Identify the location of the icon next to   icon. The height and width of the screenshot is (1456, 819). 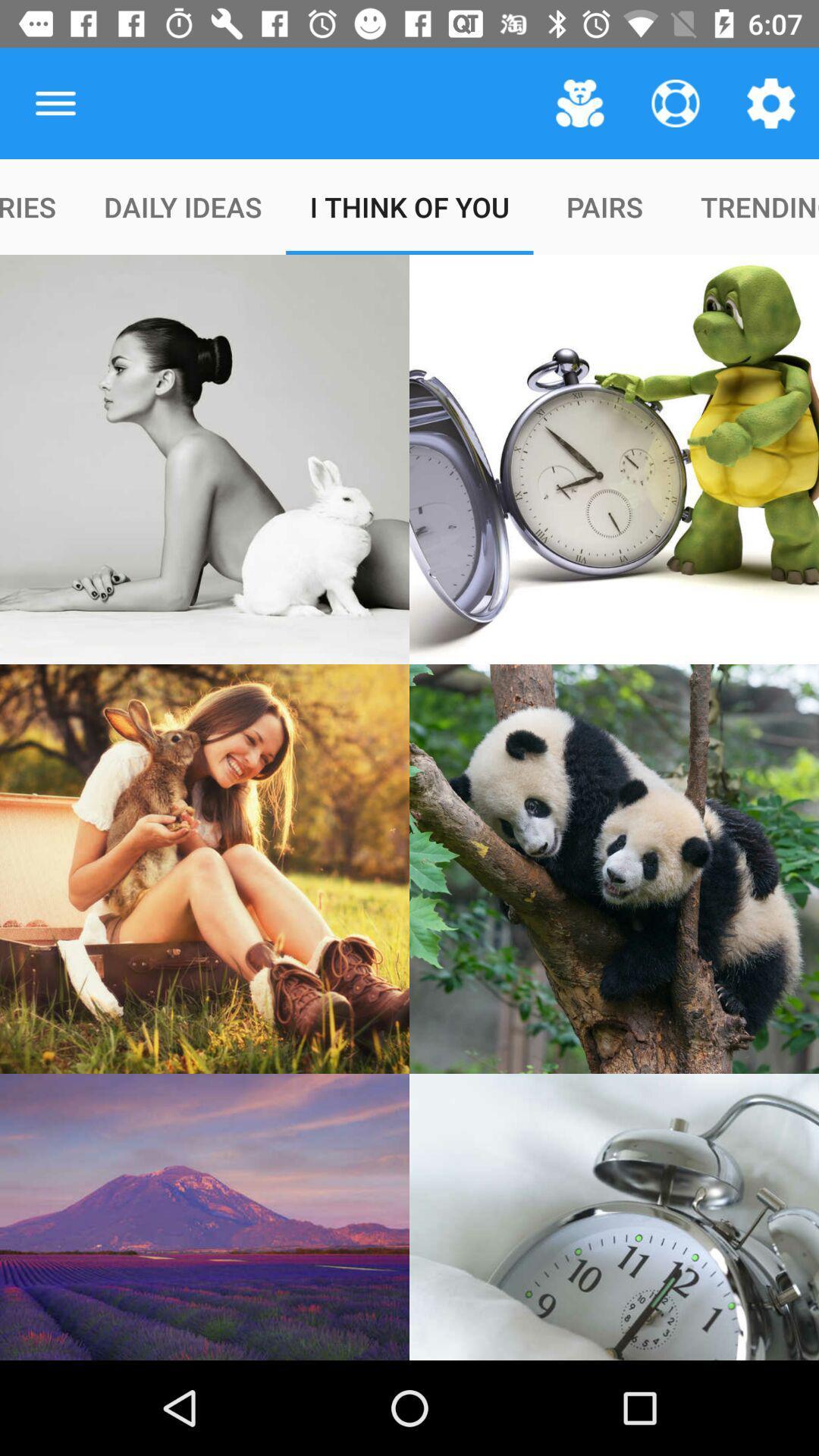
(55, 102).